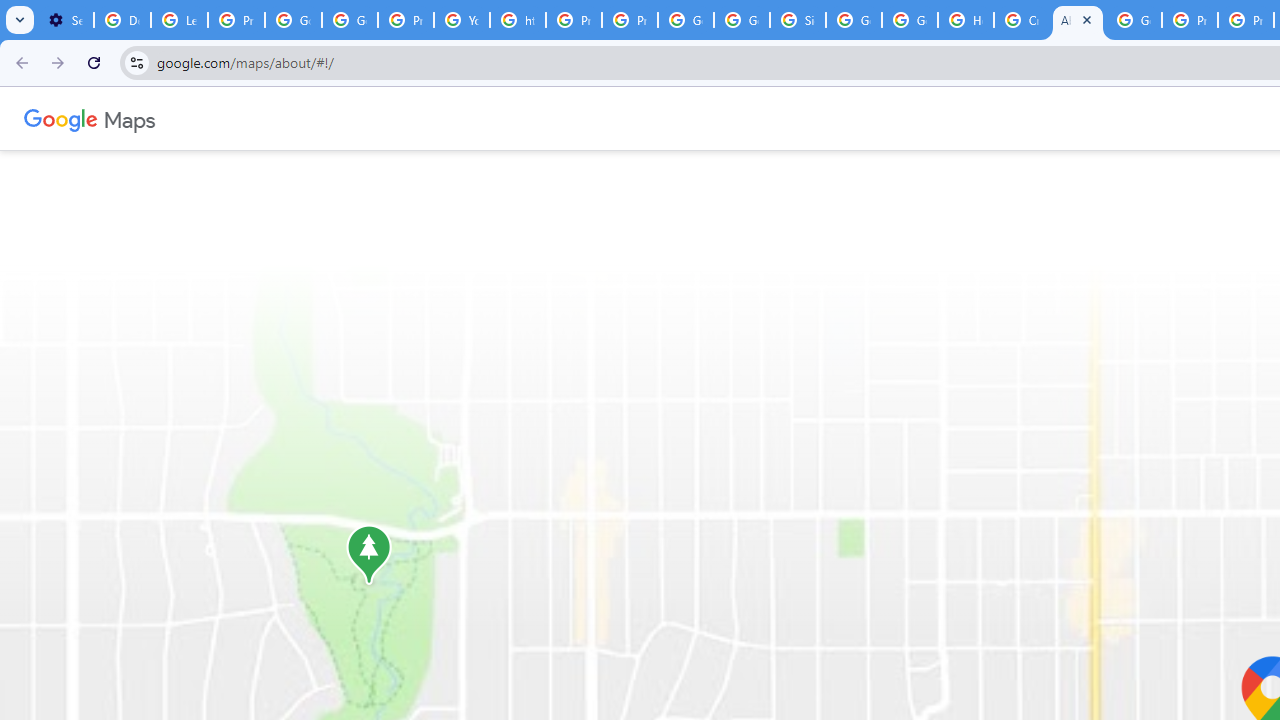 This screenshot has width=1280, height=720. Describe the element at coordinates (65, 20) in the screenshot. I see `'Settings - Performance'` at that location.